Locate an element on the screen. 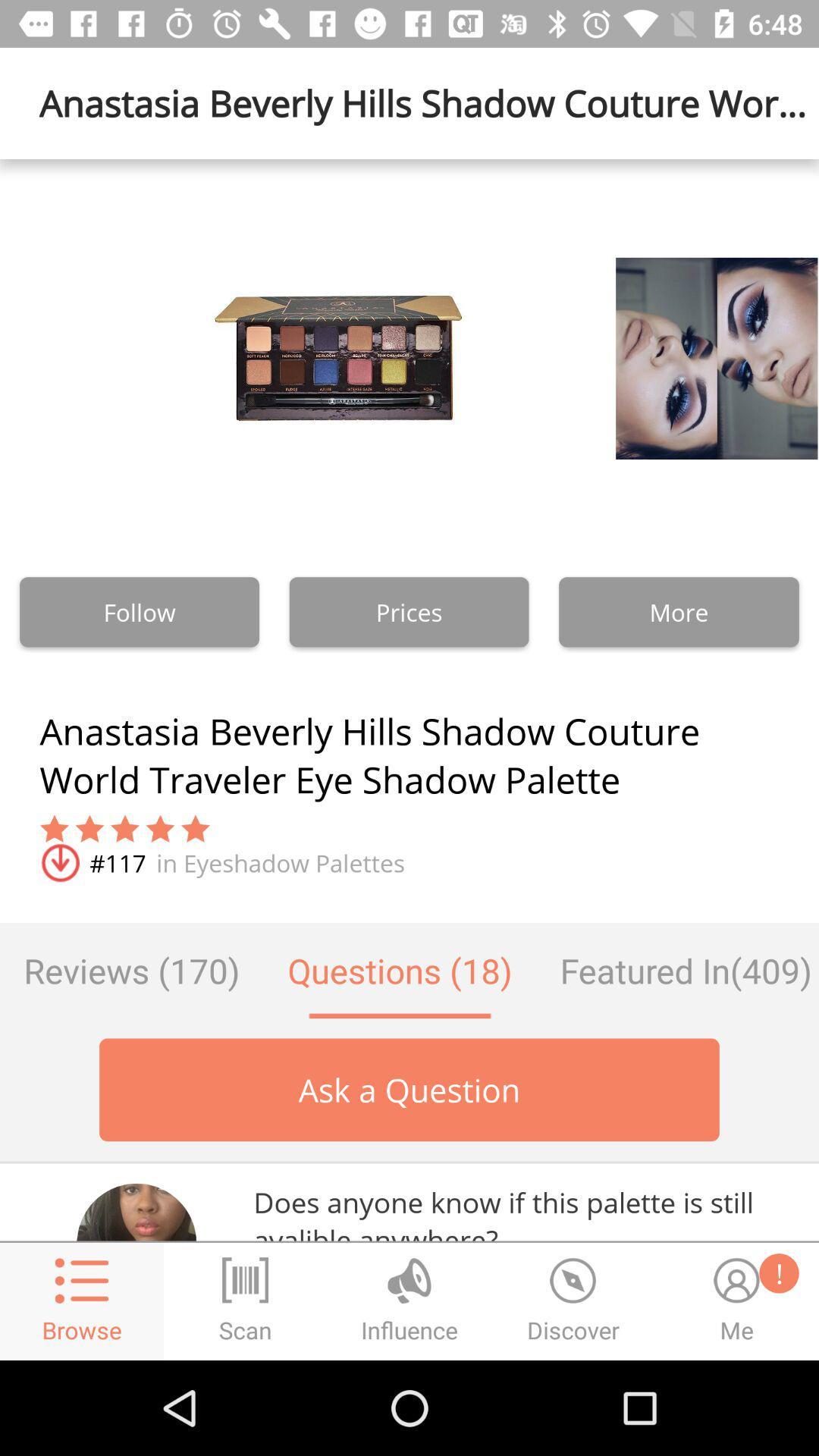 This screenshot has height=1456, width=819. the image which is above the follow and prices button is located at coordinates (337, 357).